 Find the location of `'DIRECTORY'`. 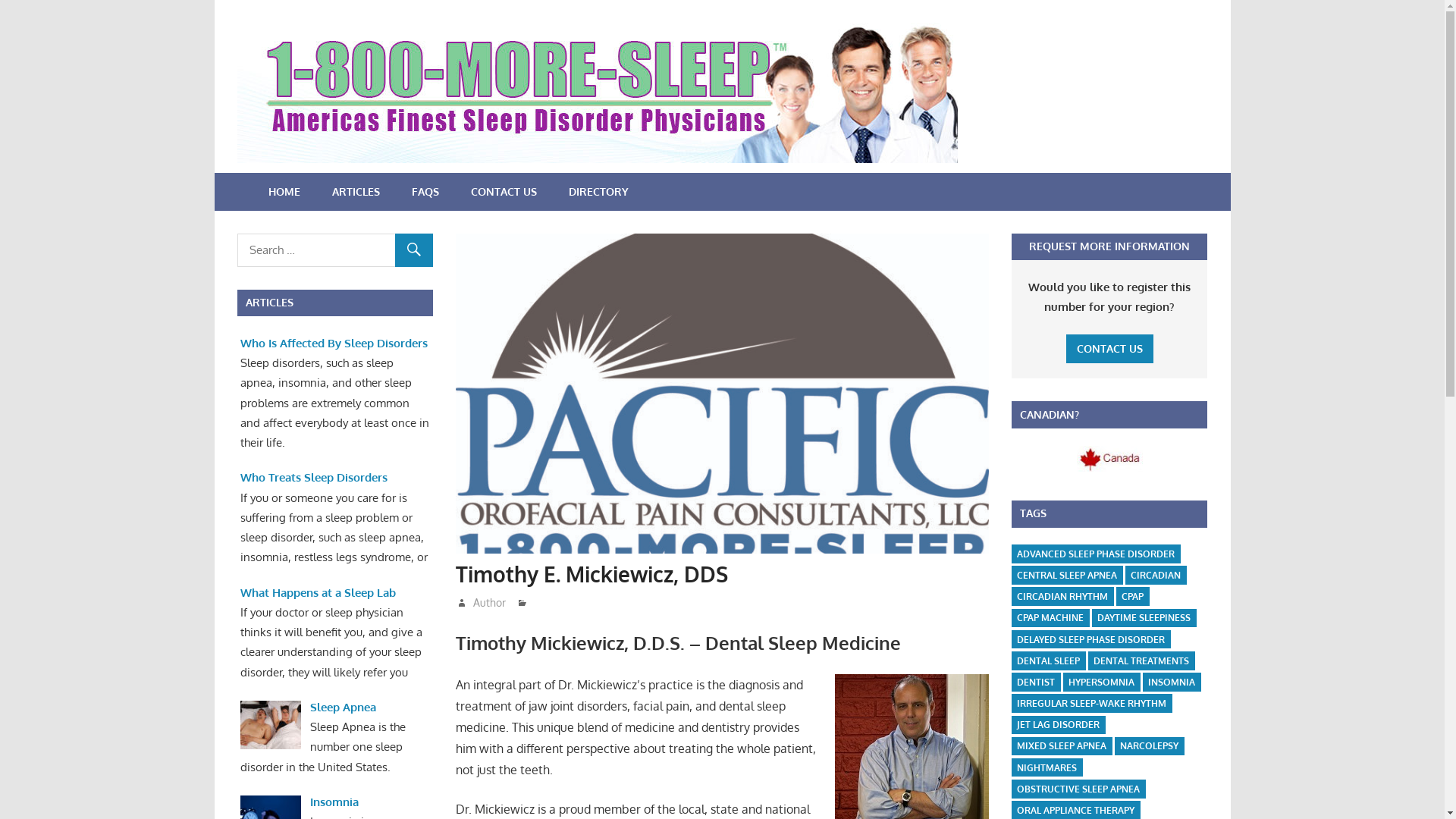

'DIRECTORY' is located at coordinates (597, 191).